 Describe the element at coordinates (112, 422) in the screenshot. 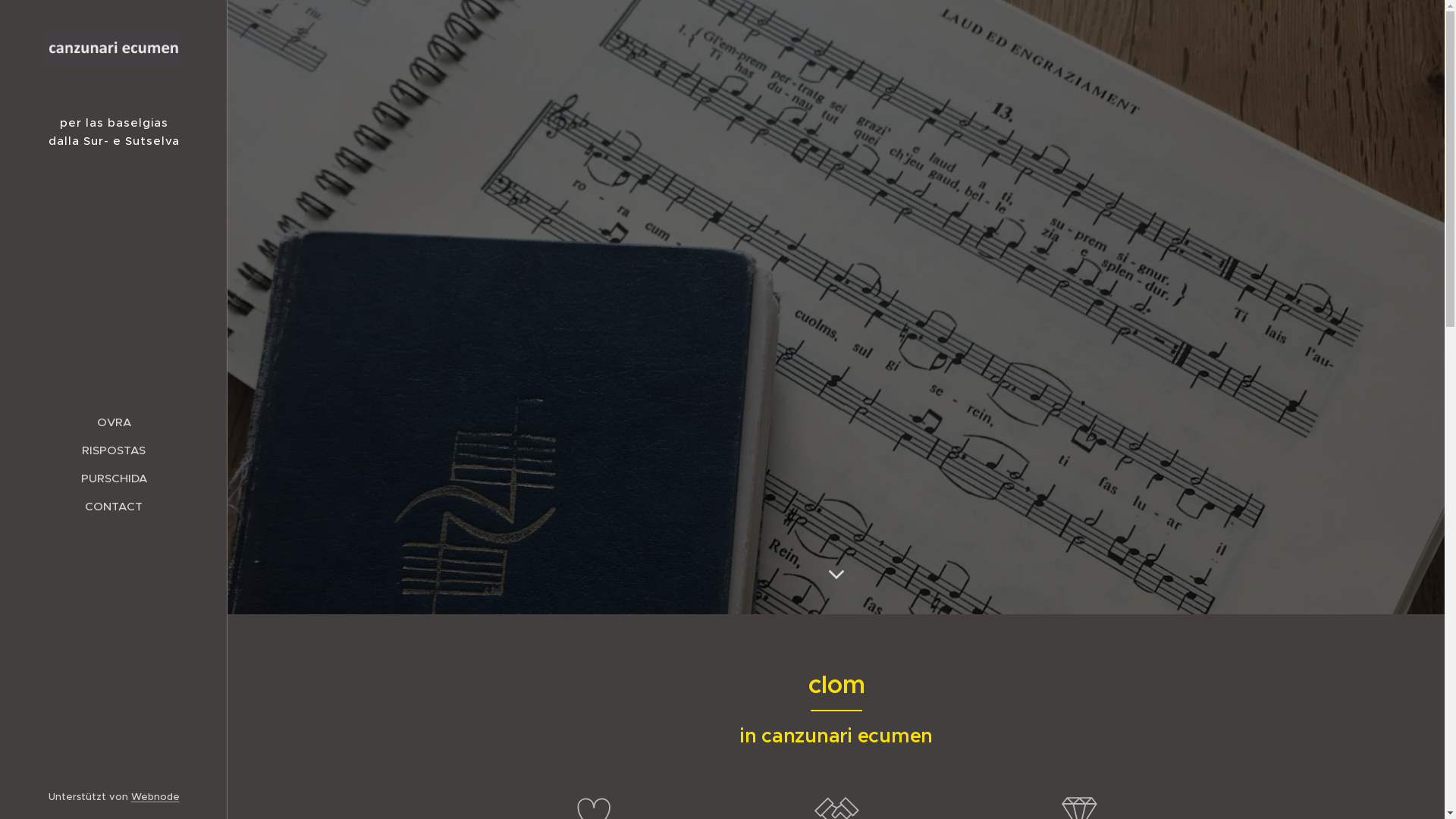

I see `'OVRA'` at that location.